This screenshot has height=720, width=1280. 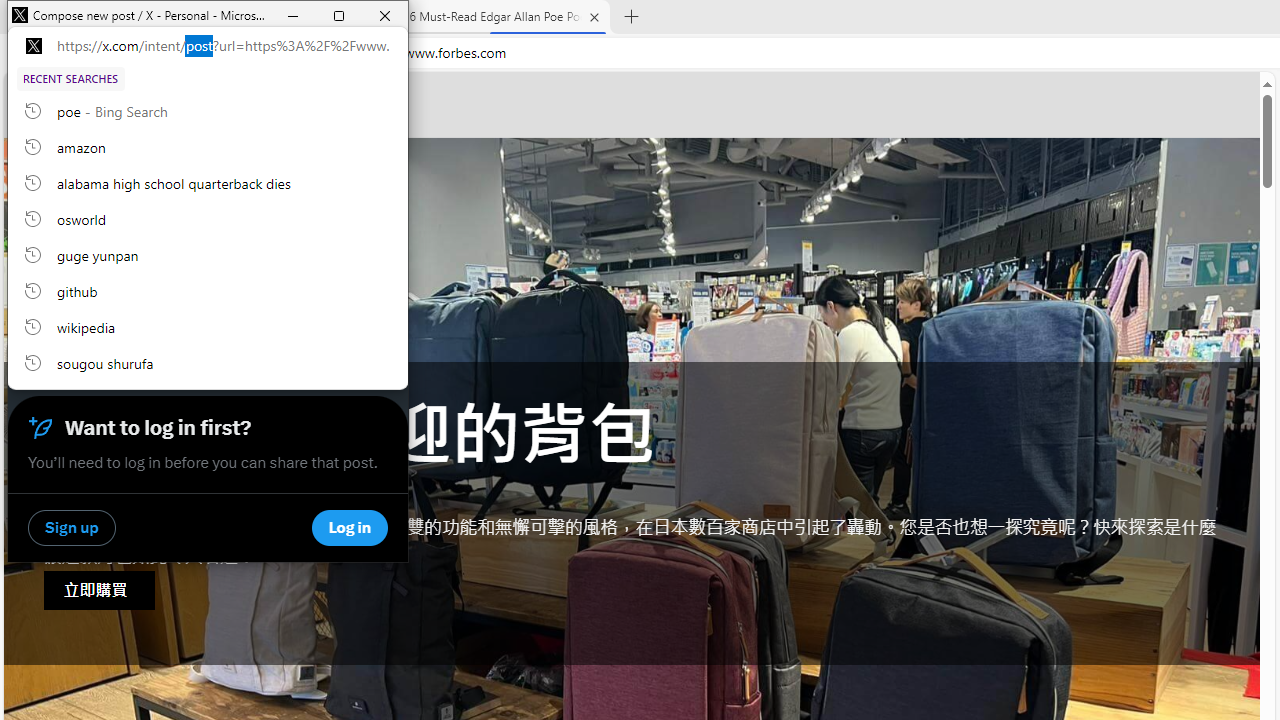 What do you see at coordinates (208, 218) in the screenshot?
I see `'osworld, recent searches from history'` at bounding box center [208, 218].